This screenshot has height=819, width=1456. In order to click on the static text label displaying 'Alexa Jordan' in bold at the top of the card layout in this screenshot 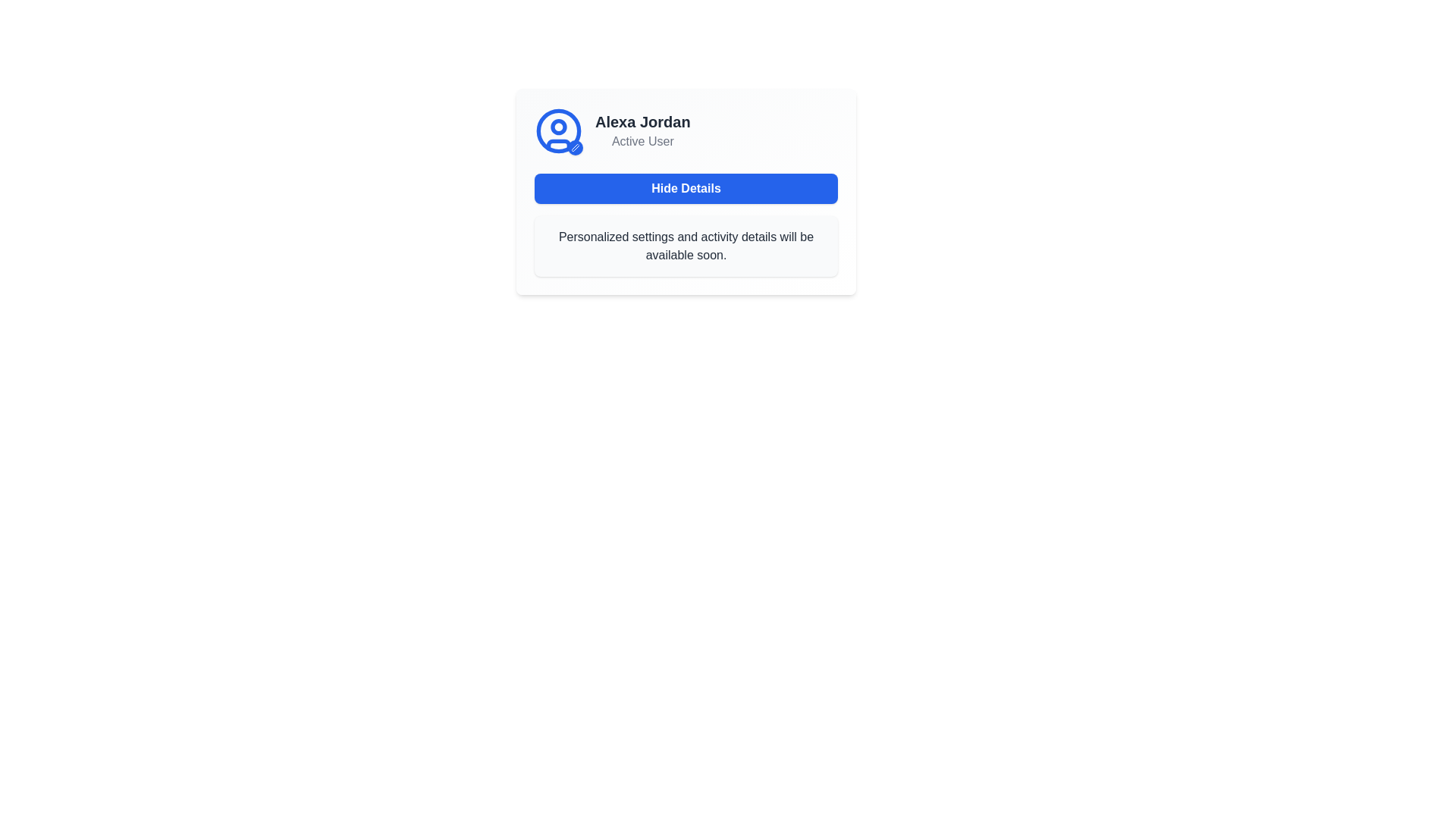, I will do `click(642, 121)`.